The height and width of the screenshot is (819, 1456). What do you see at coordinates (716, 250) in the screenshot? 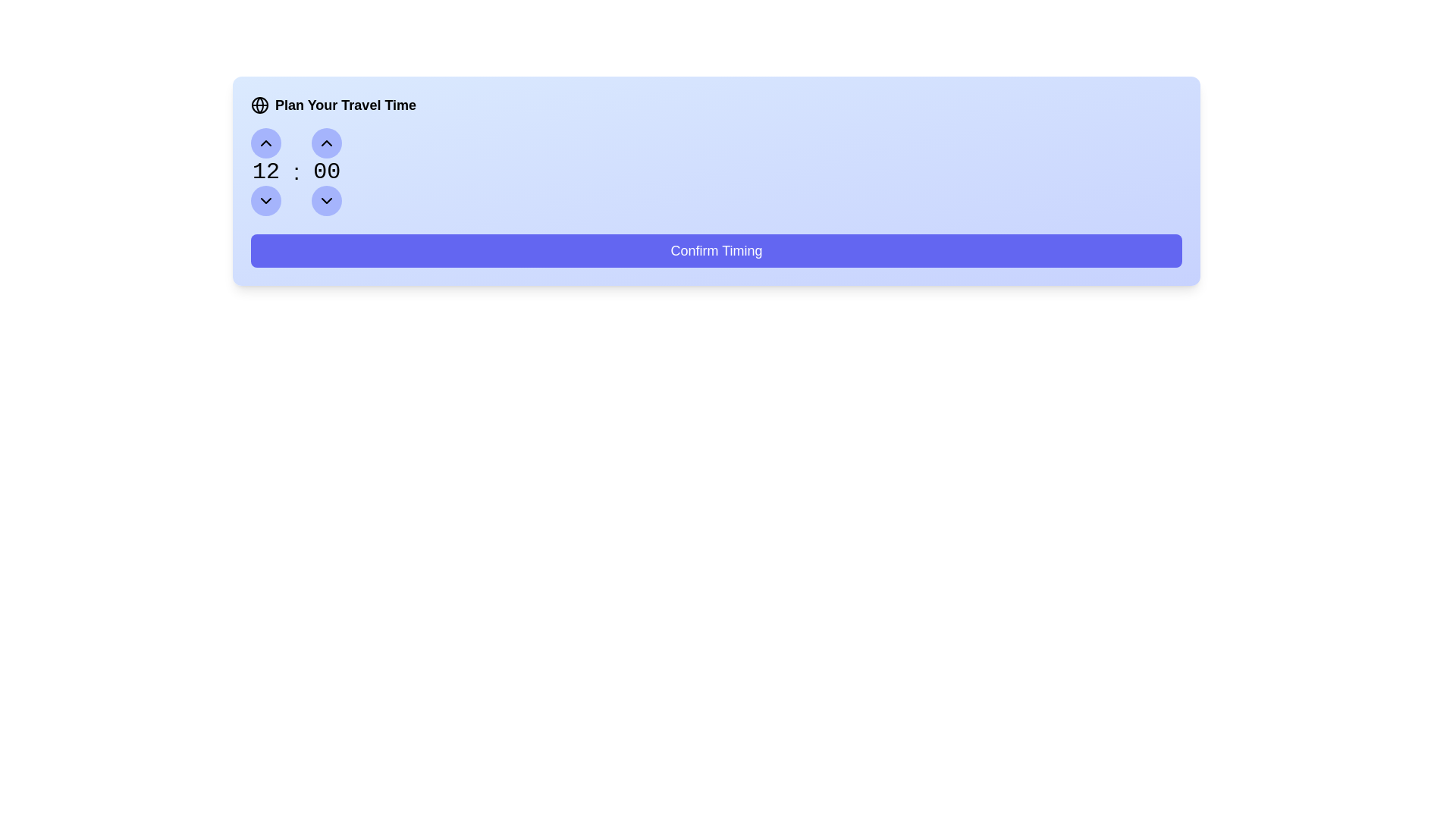
I see `the indigo-500 colored button labeled 'Confirm Timing' to confirm the timing` at bounding box center [716, 250].